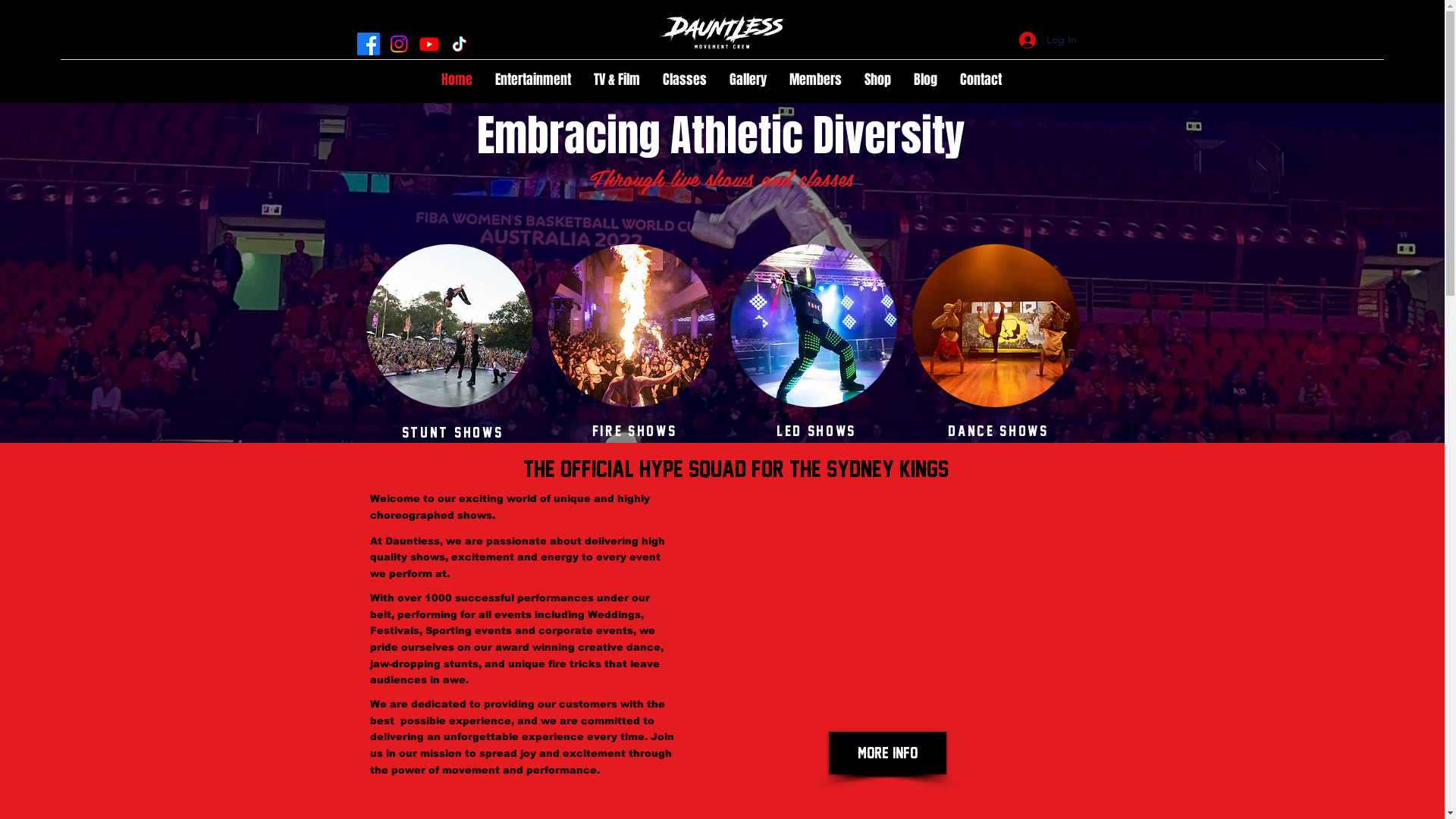 The image size is (1456, 819). Describe the element at coordinates (582, 80) in the screenshot. I see `'TV & Film'` at that location.